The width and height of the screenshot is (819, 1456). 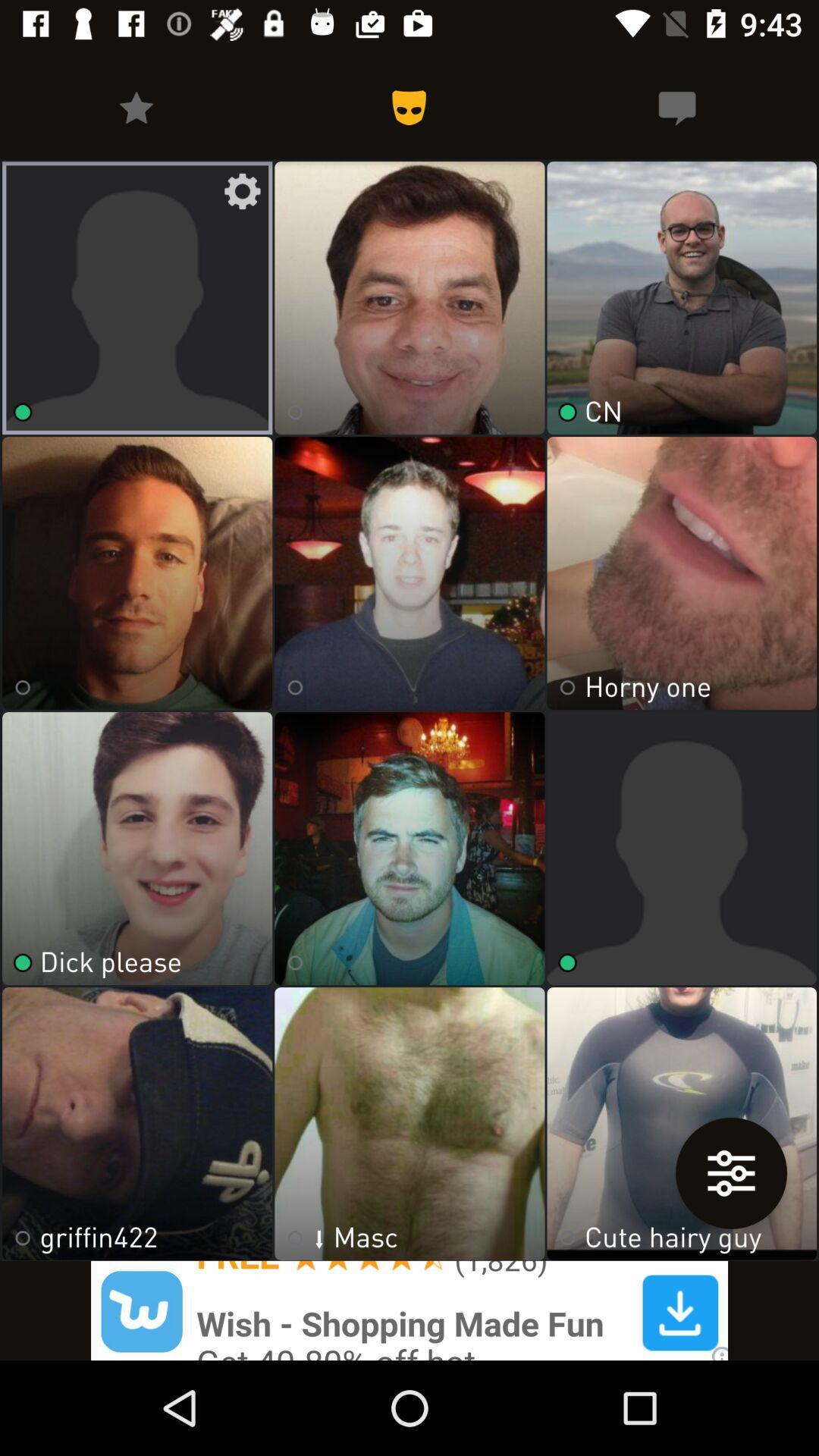 I want to click on advertisement, so click(x=409, y=1310).